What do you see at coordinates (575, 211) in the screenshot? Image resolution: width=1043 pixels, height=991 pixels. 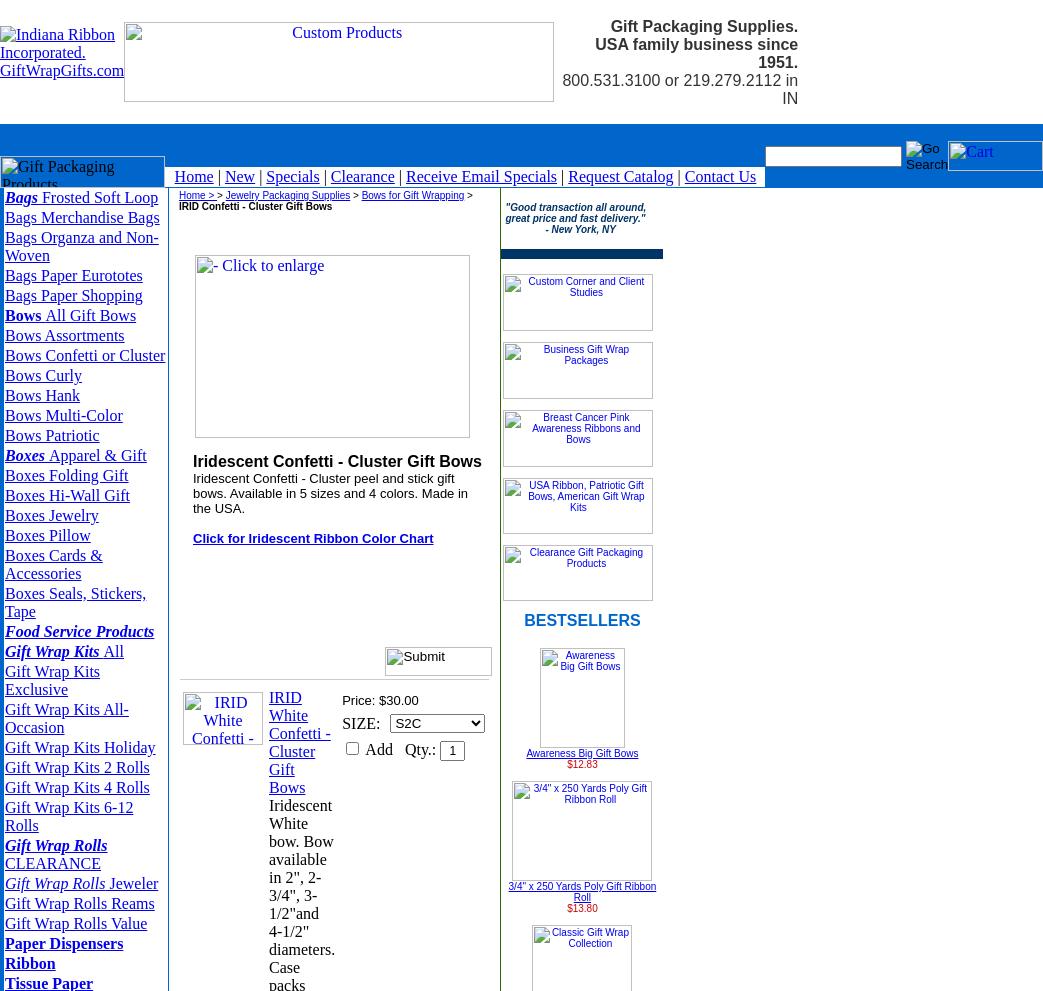 I see `'"Good transaction all around, great price and fast delivery."'` at bounding box center [575, 211].